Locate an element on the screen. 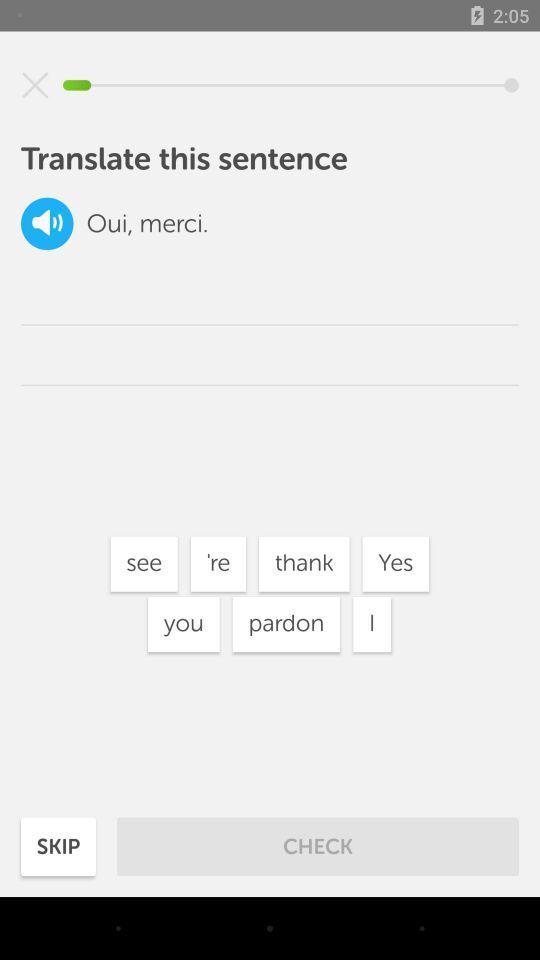 The height and width of the screenshot is (960, 540). item next to 're icon is located at coordinates (143, 564).